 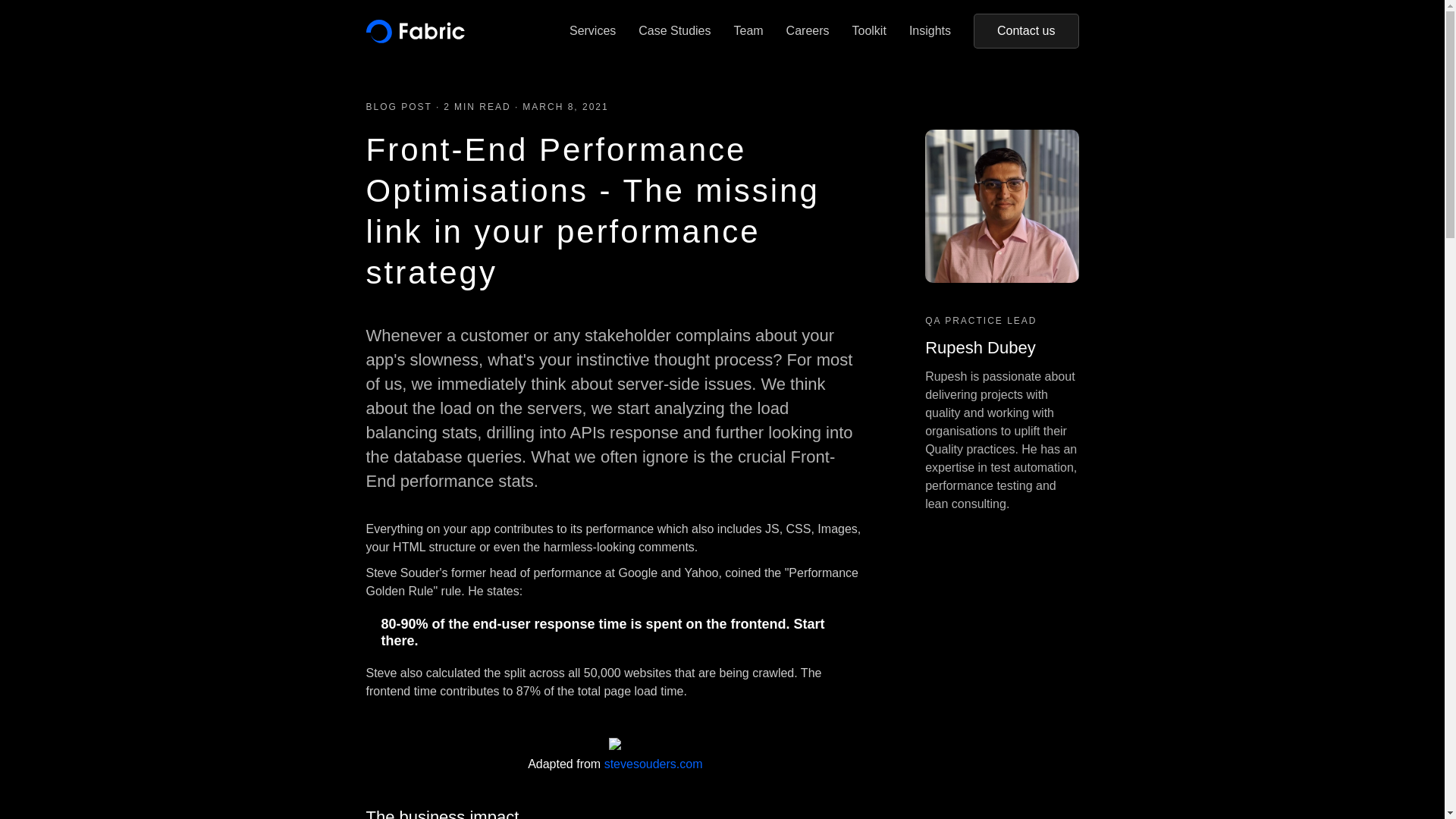 I want to click on 'Insights', so click(x=929, y=31).